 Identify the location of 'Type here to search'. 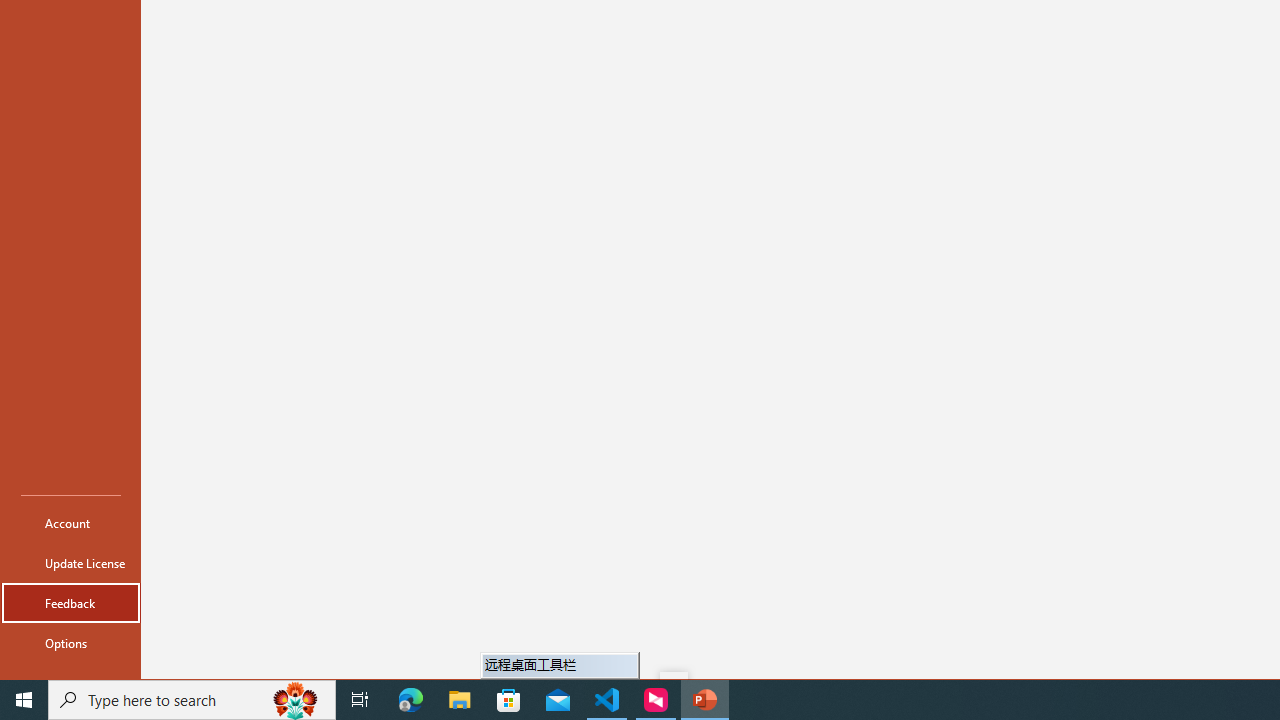
(192, 698).